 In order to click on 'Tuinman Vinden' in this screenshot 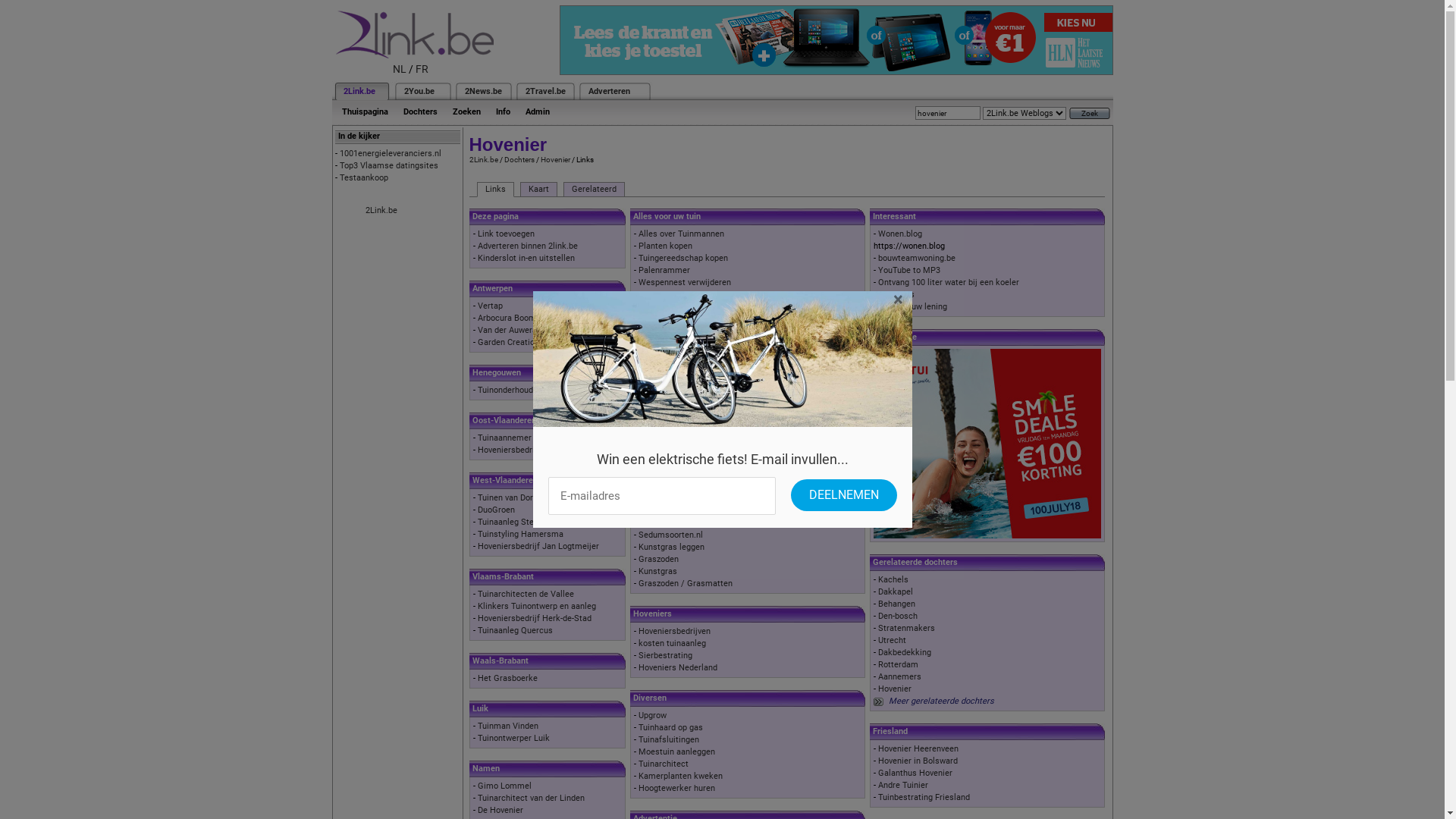, I will do `click(508, 725)`.